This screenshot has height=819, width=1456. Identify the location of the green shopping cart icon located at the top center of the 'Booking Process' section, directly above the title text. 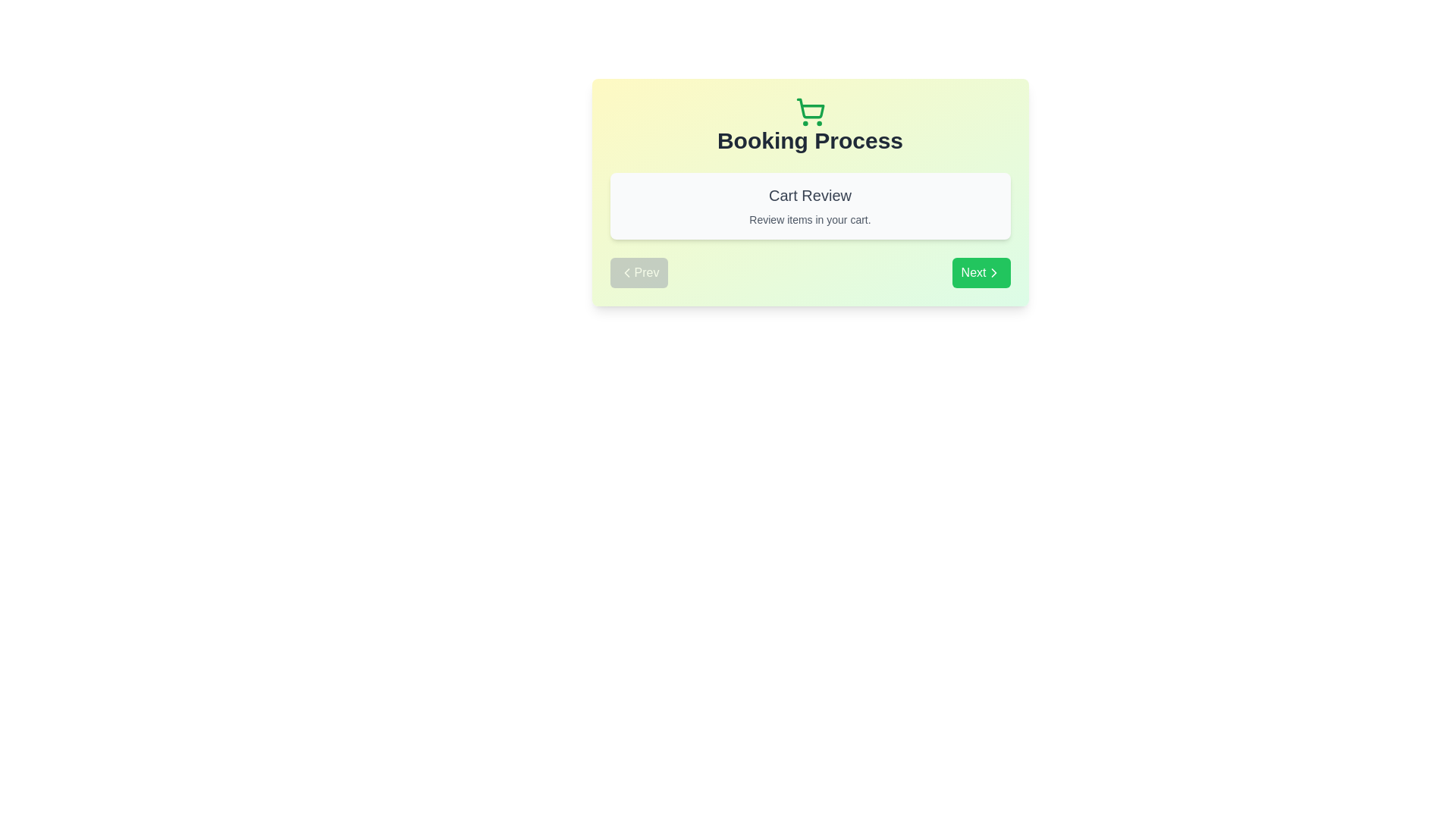
(809, 111).